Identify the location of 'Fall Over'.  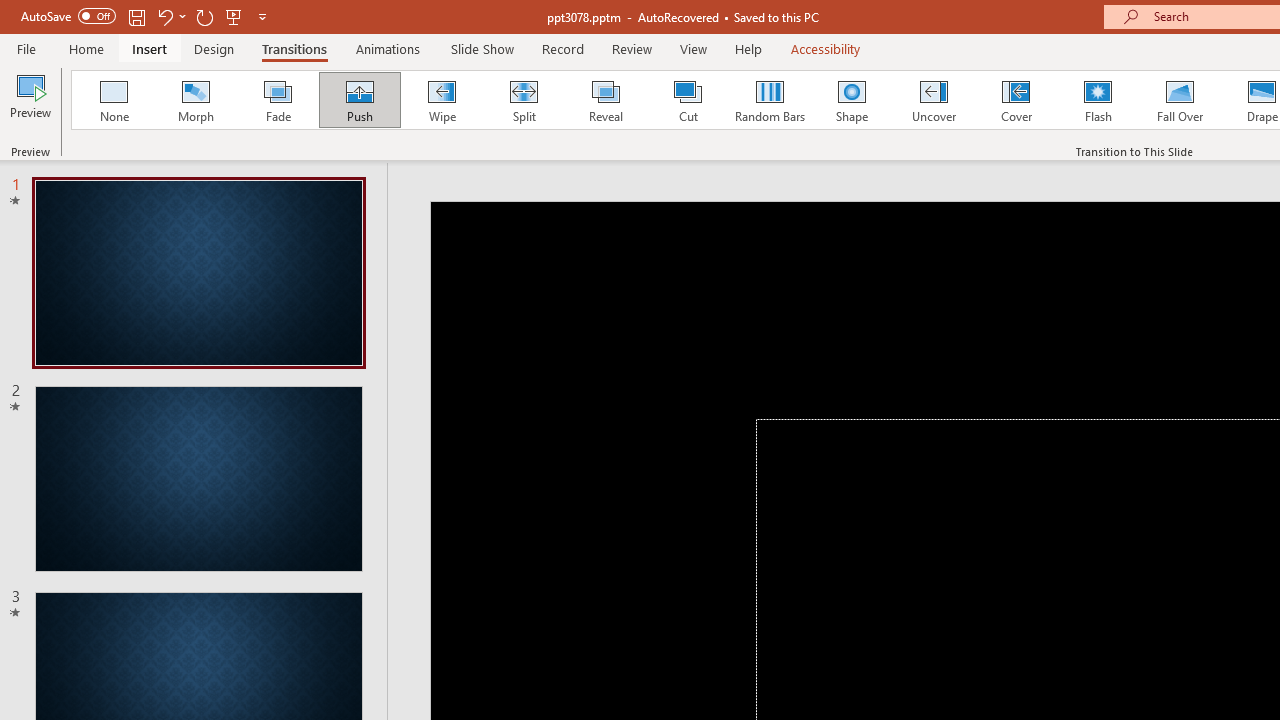
(1180, 100).